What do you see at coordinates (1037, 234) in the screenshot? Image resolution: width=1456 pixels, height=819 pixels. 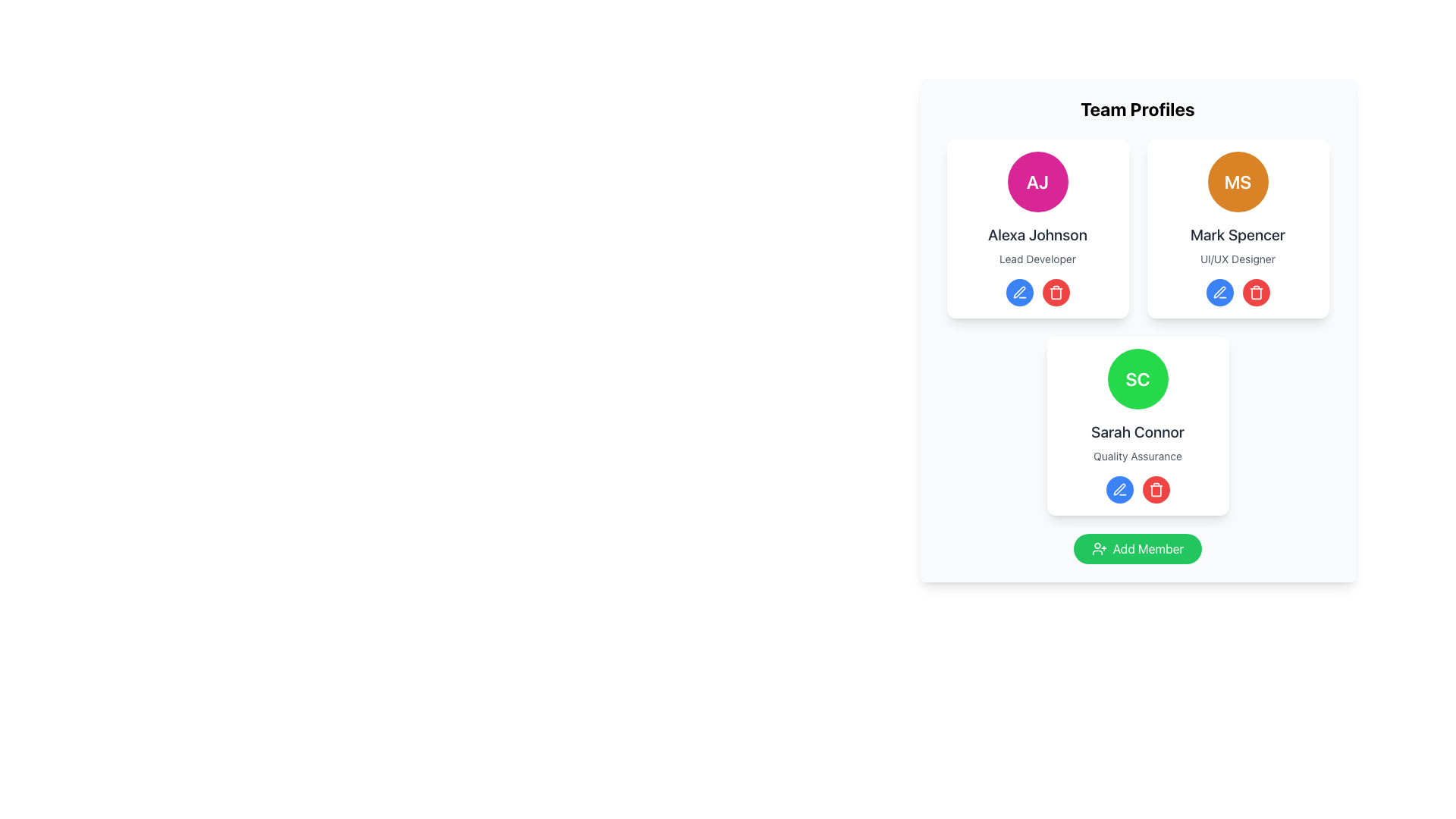 I see `text label displaying the name 'Alexa Johnson' located centrally within the first profile card on the 'Team Profiles' grid, positioned beneath the badge 'AJ' and above the role description 'Lead Developer'` at bounding box center [1037, 234].